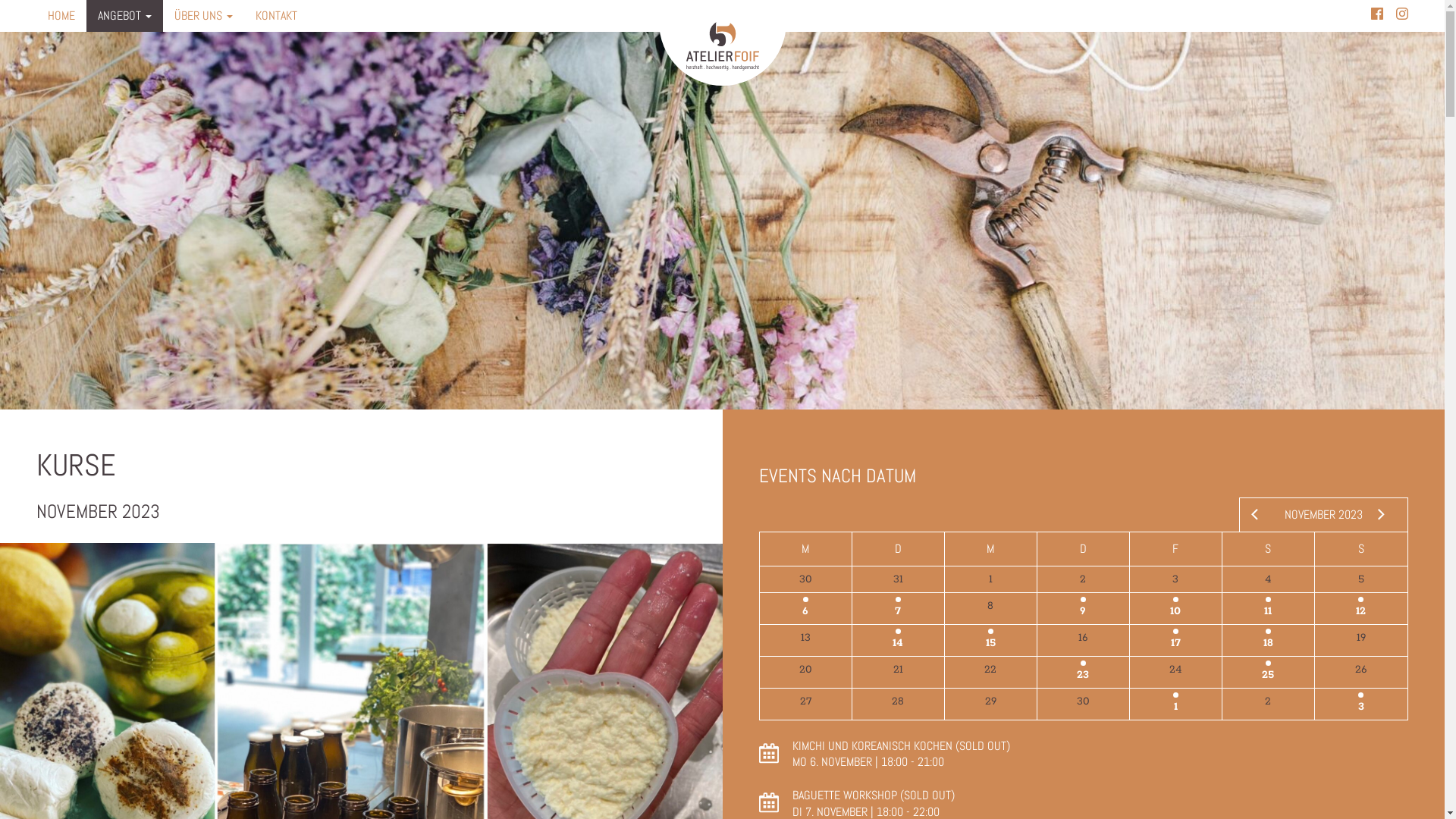  What do you see at coordinates (124, 15) in the screenshot?
I see `'ANGEBOT'` at bounding box center [124, 15].